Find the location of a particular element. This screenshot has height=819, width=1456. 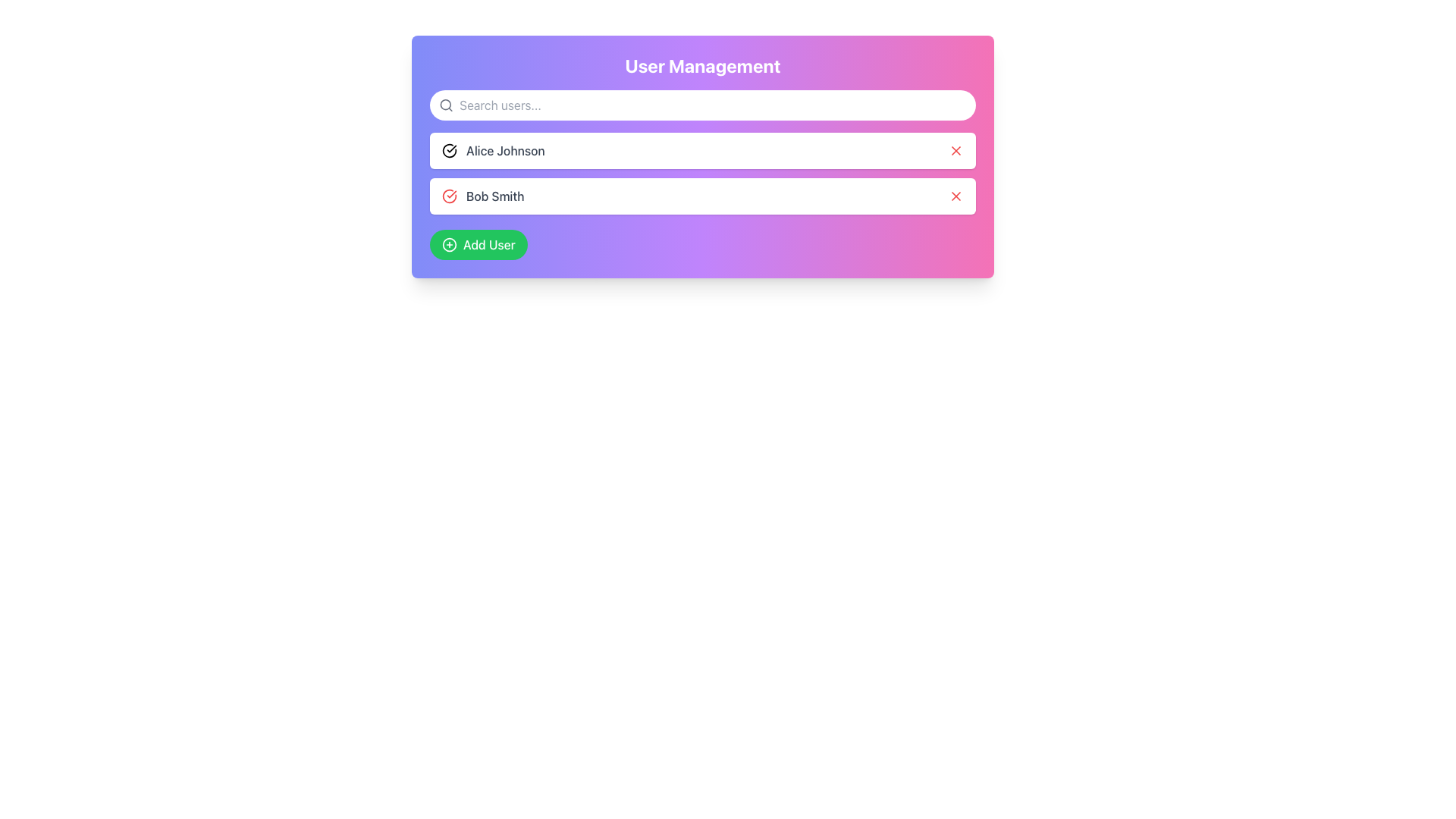

the circular vector graphic portion of the checkmark icon, which is located to the left of the text 'Bob Smith' is located at coordinates (449, 195).